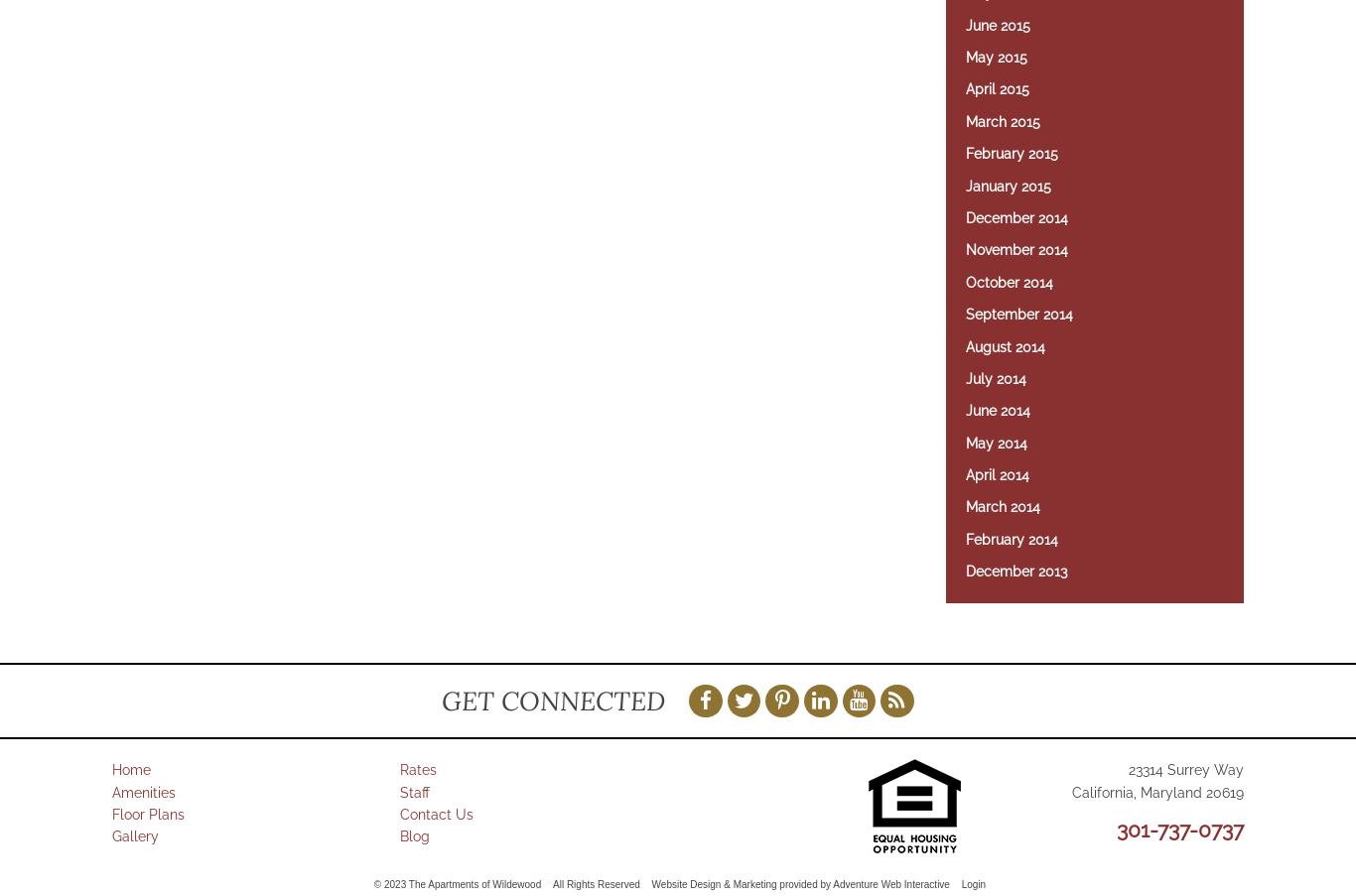 The image size is (1356, 896). I want to click on 'June 2014', so click(998, 410).